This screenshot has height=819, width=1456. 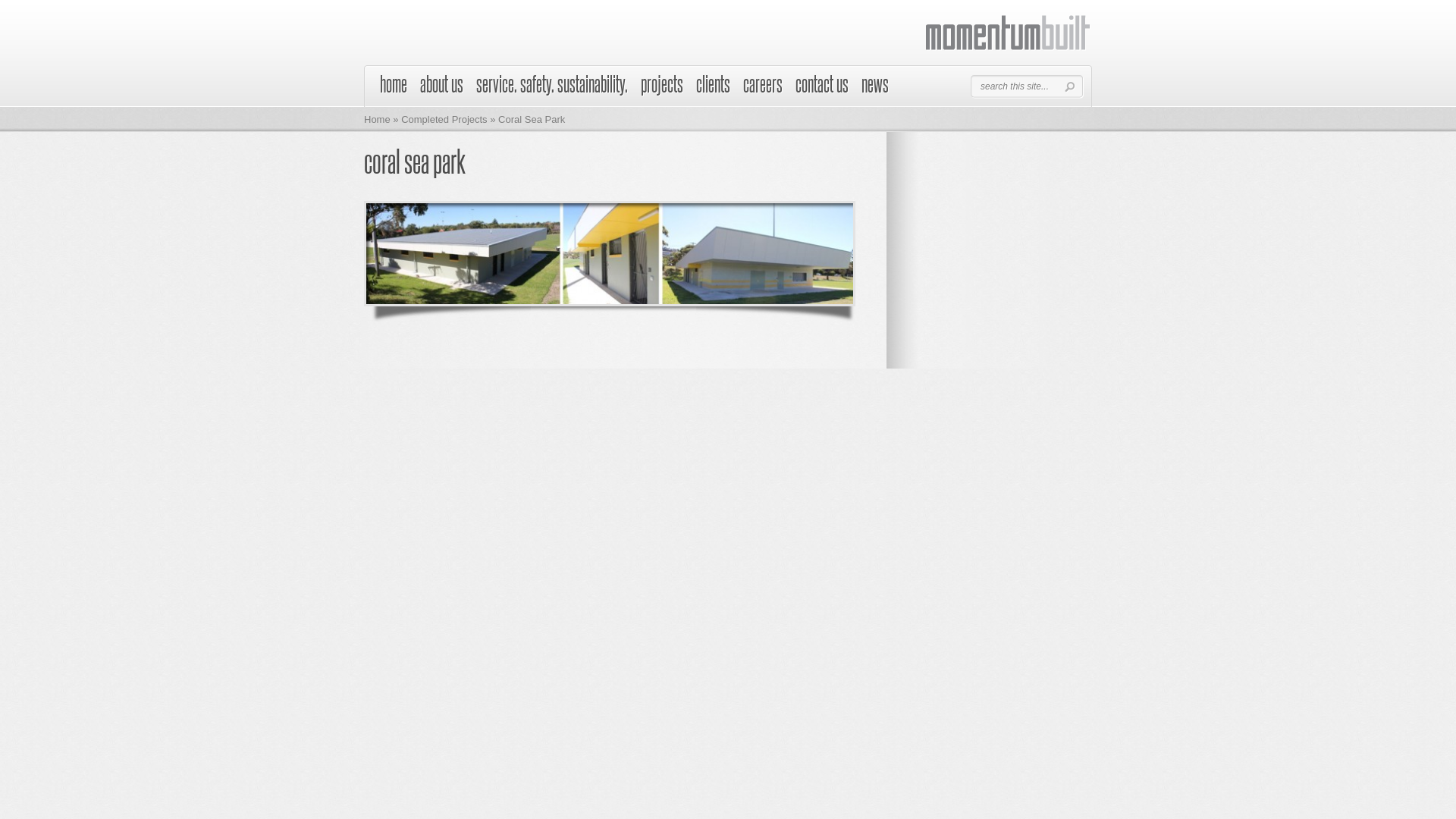 I want to click on 'careers', so click(x=742, y=89).